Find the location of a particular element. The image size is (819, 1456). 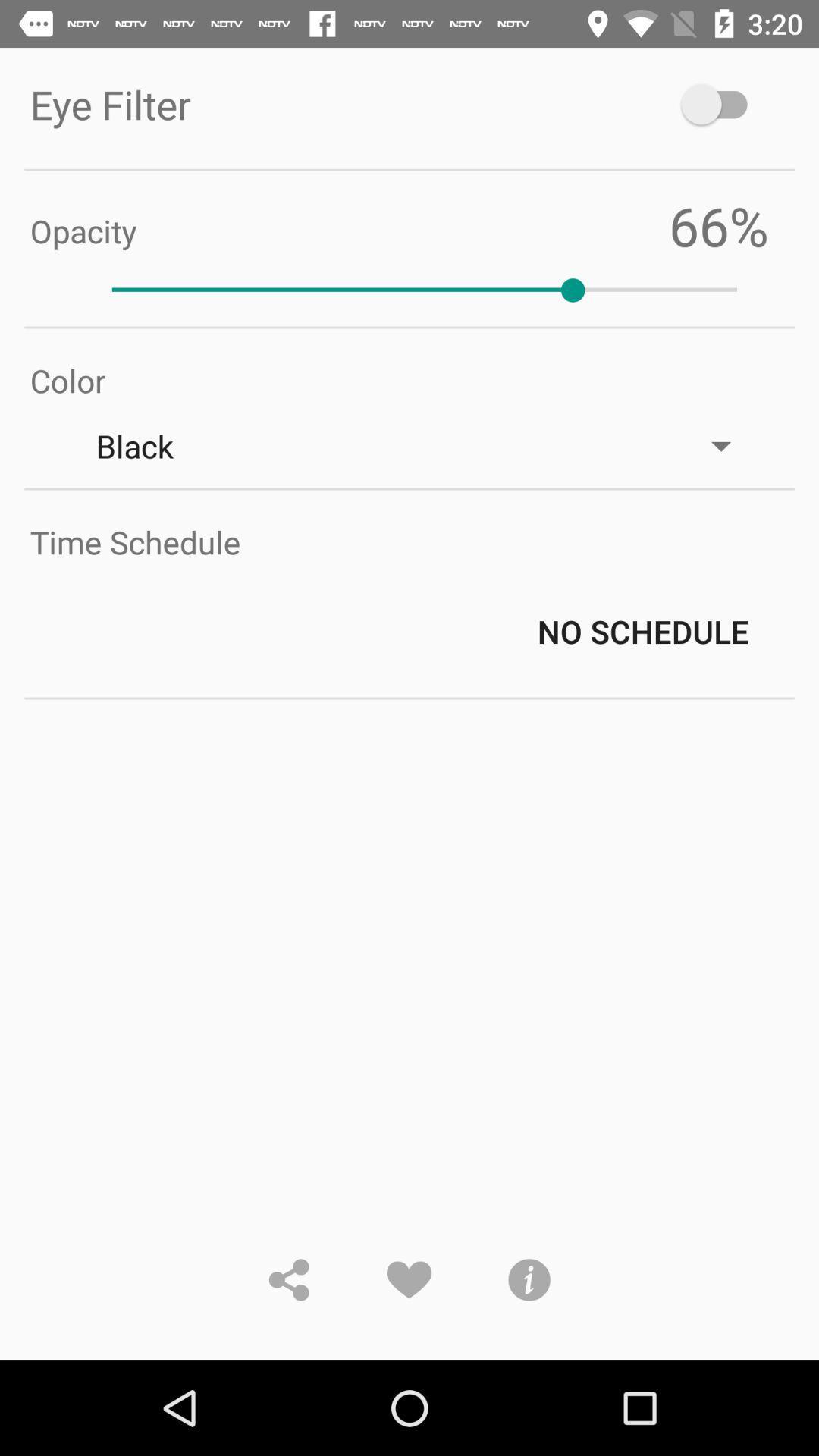

he can activate the simple voice command is located at coordinates (720, 103).